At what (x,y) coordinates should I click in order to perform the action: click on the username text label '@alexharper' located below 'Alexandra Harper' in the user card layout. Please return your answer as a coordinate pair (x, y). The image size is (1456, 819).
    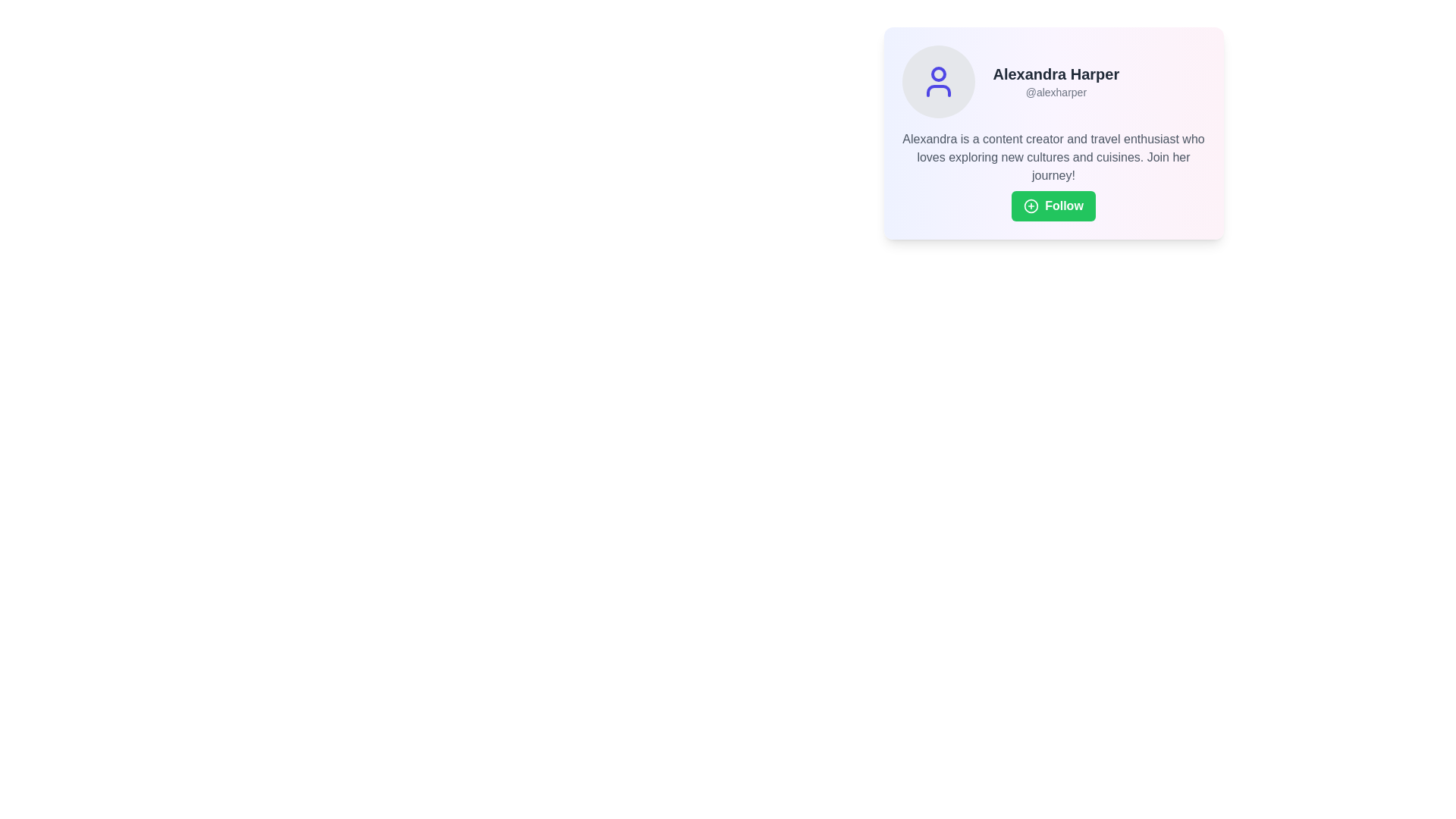
    Looking at the image, I should click on (1055, 93).